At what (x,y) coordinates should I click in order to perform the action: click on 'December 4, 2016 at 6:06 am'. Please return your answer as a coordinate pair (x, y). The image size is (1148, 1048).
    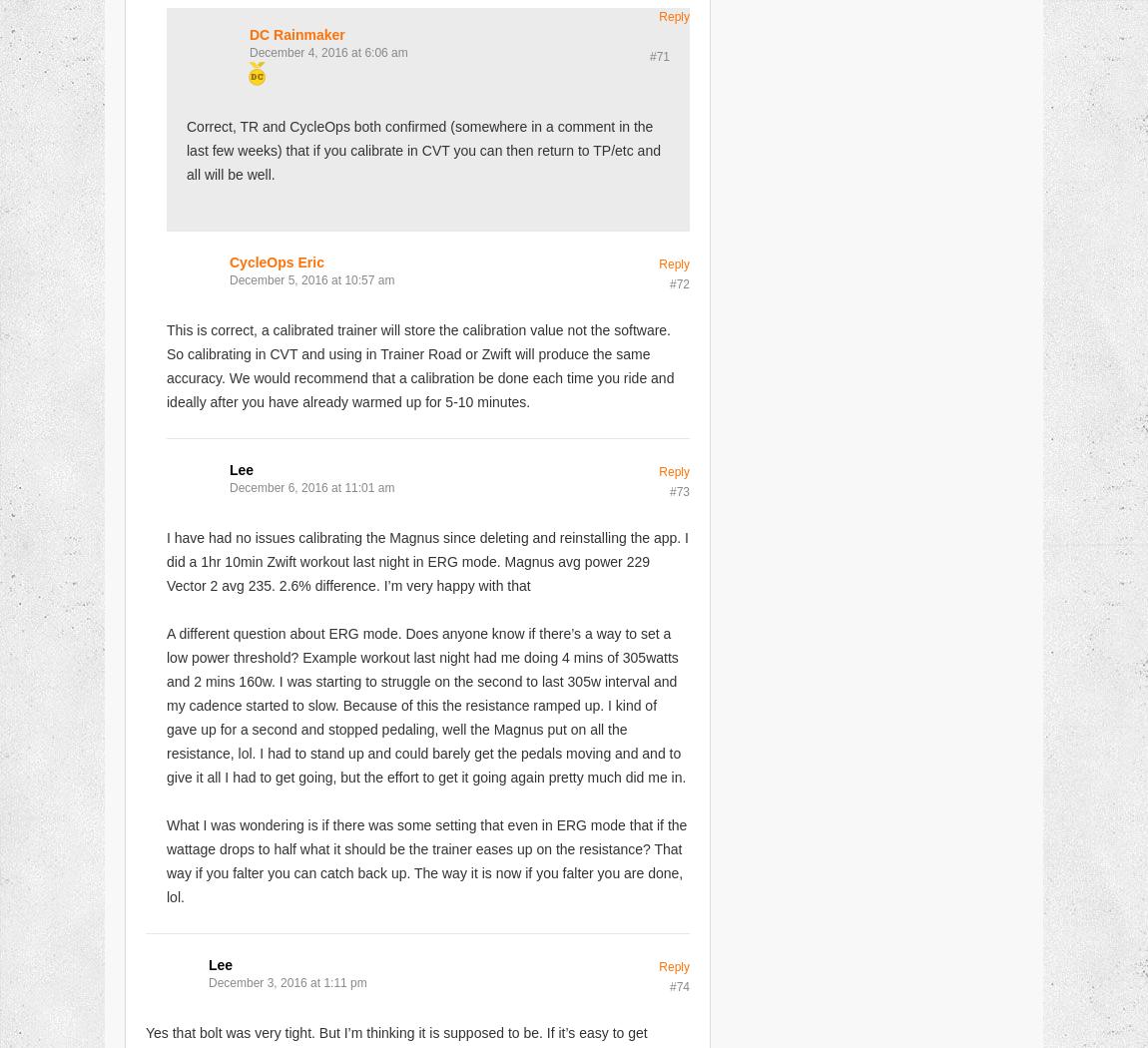
    Looking at the image, I should click on (328, 50).